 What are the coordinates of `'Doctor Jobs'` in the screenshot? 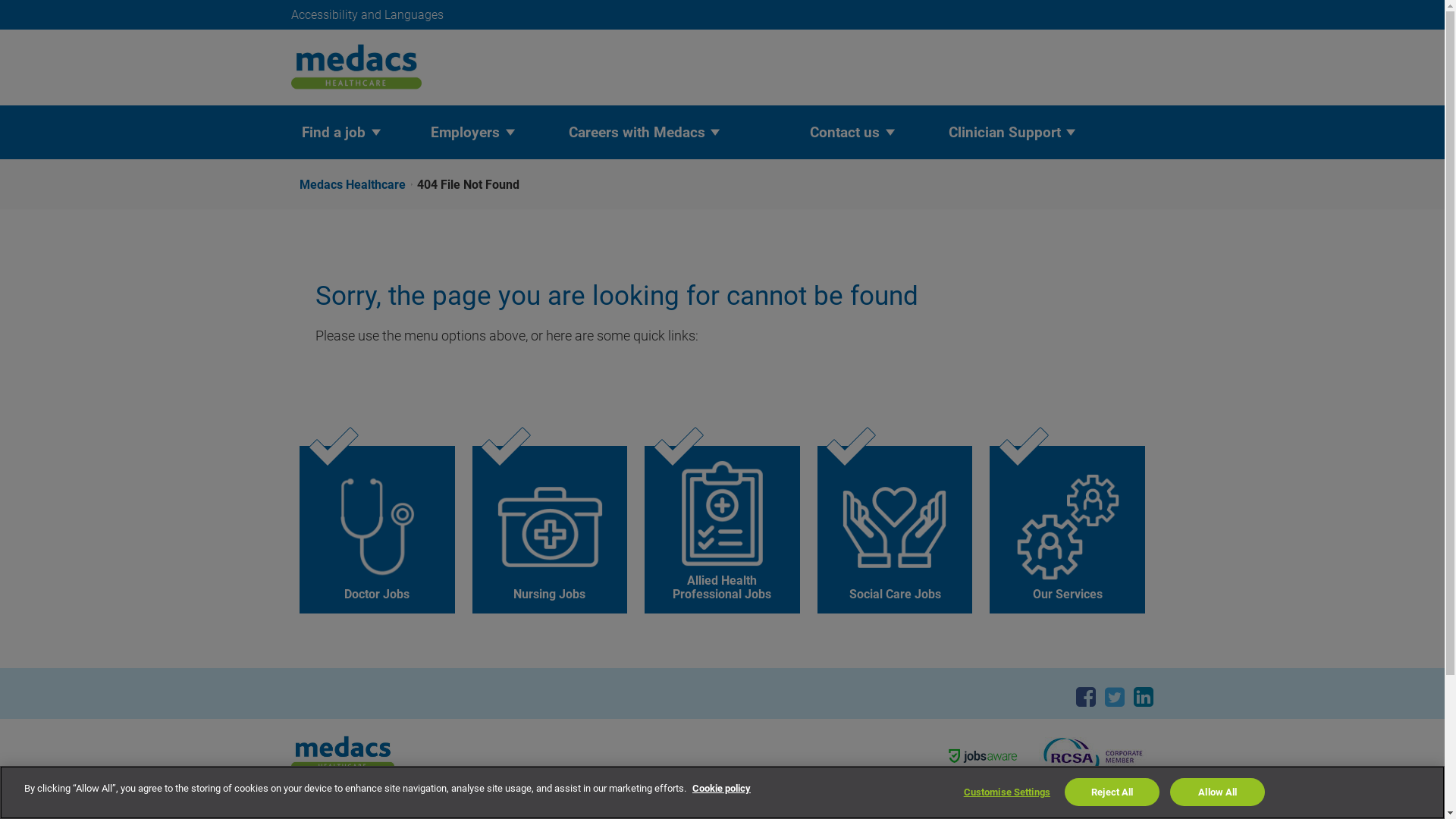 It's located at (377, 529).